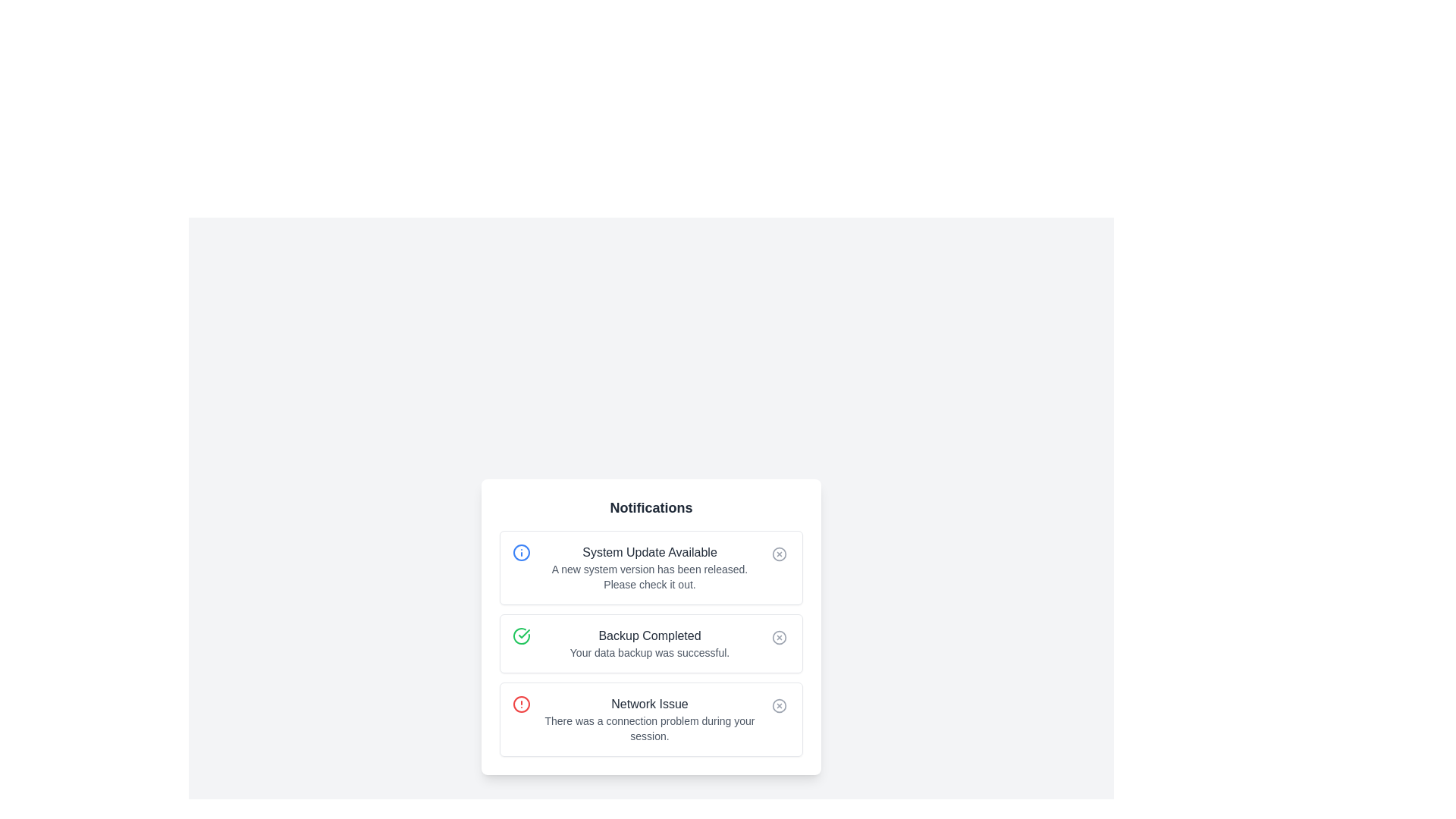  Describe the element at coordinates (779, 705) in the screenshot. I see `the SVG circle element that is part of the graphical icon on the right side of the 'Network Issue' notification in the Notifications section` at that location.